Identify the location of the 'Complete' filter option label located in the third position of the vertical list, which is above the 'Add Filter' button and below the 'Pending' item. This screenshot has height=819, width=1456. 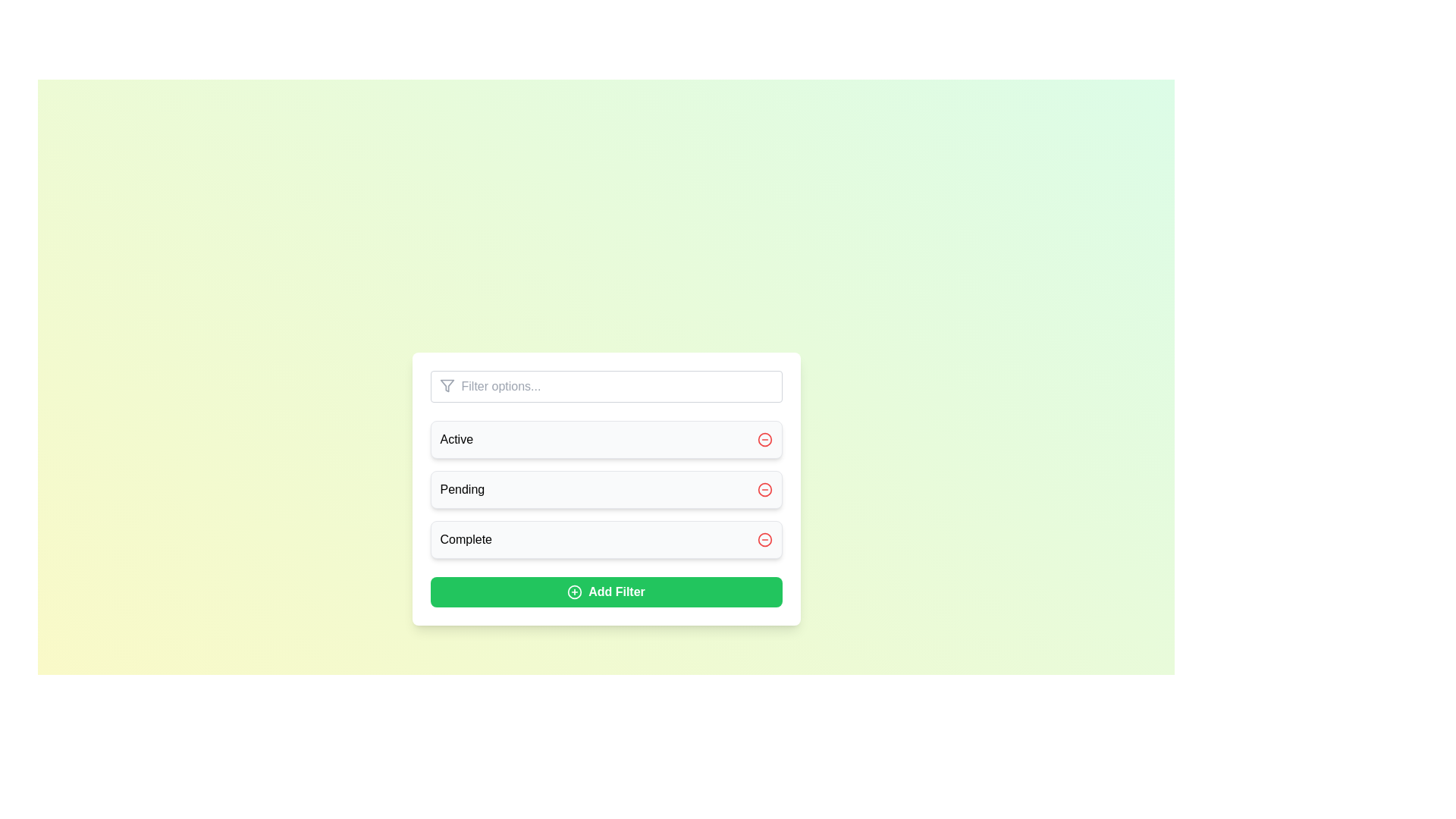
(465, 539).